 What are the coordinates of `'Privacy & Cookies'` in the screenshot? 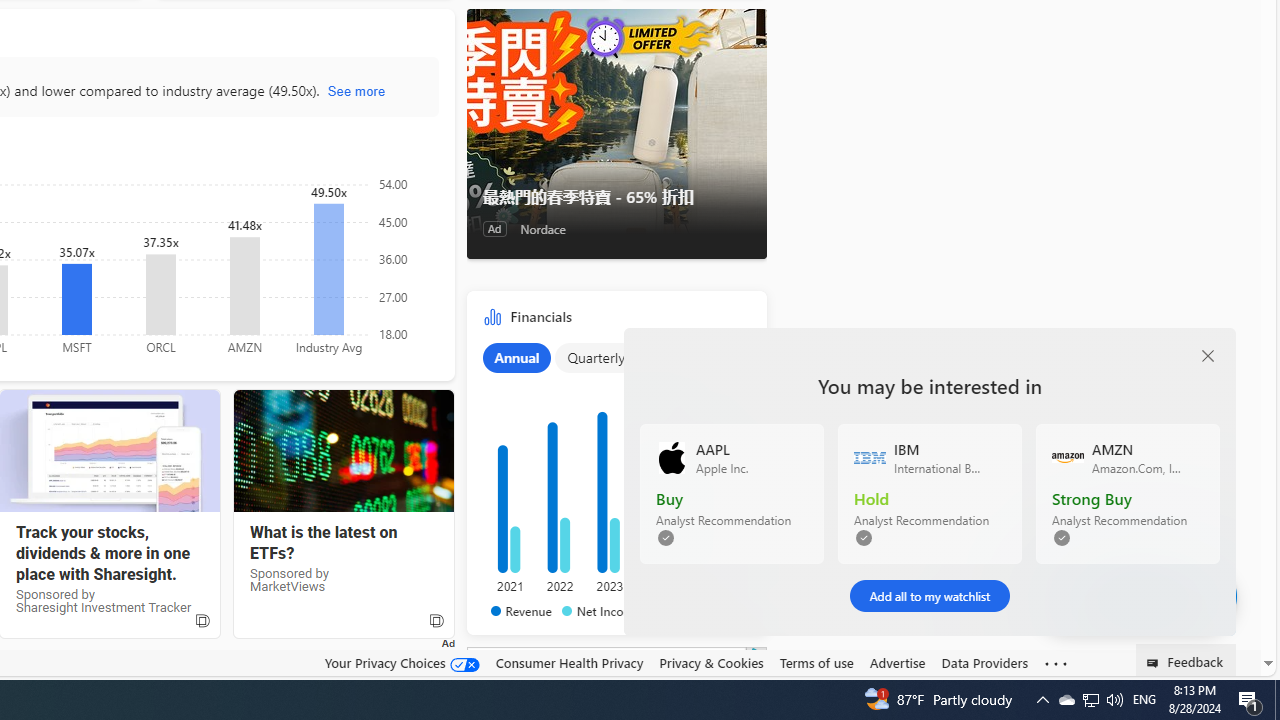 It's located at (711, 662).